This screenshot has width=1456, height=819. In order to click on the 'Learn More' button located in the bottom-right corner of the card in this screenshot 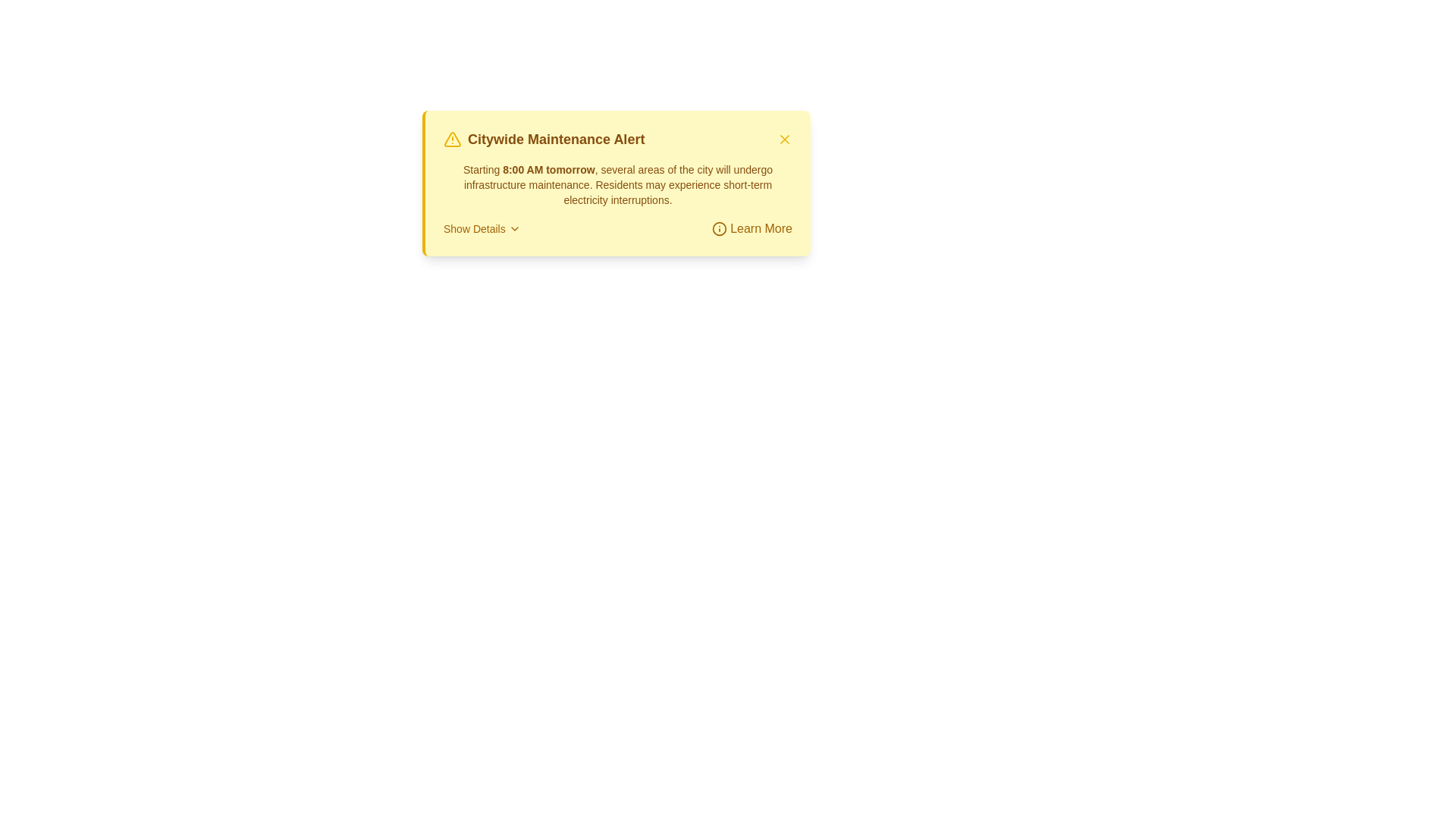, I will do `click(752, 228)`.